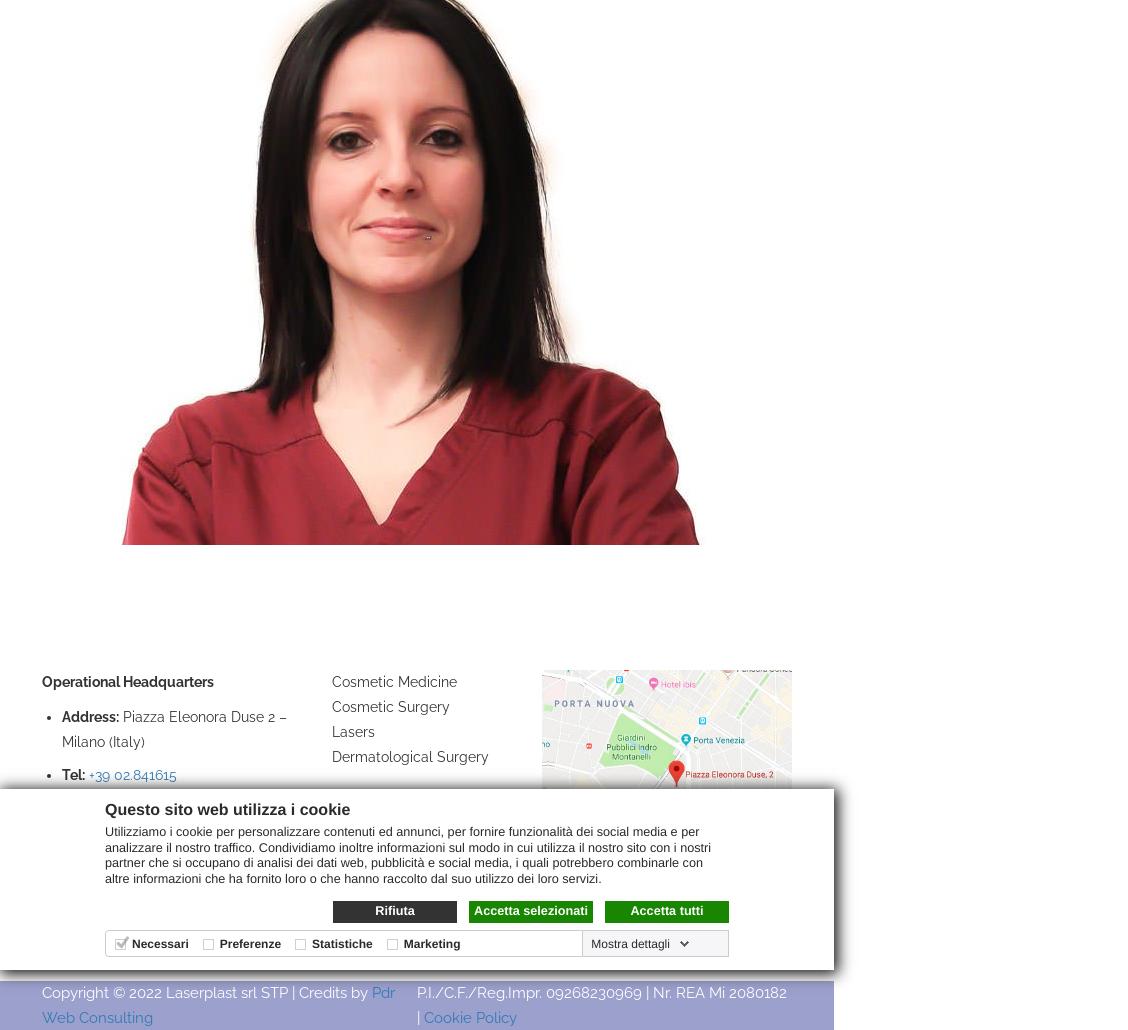 The height and width of the screenshot is (1030, 1128). Describe the element at coordinates (352, 730) in the screenshot. I see `'Lasers'` at that location.